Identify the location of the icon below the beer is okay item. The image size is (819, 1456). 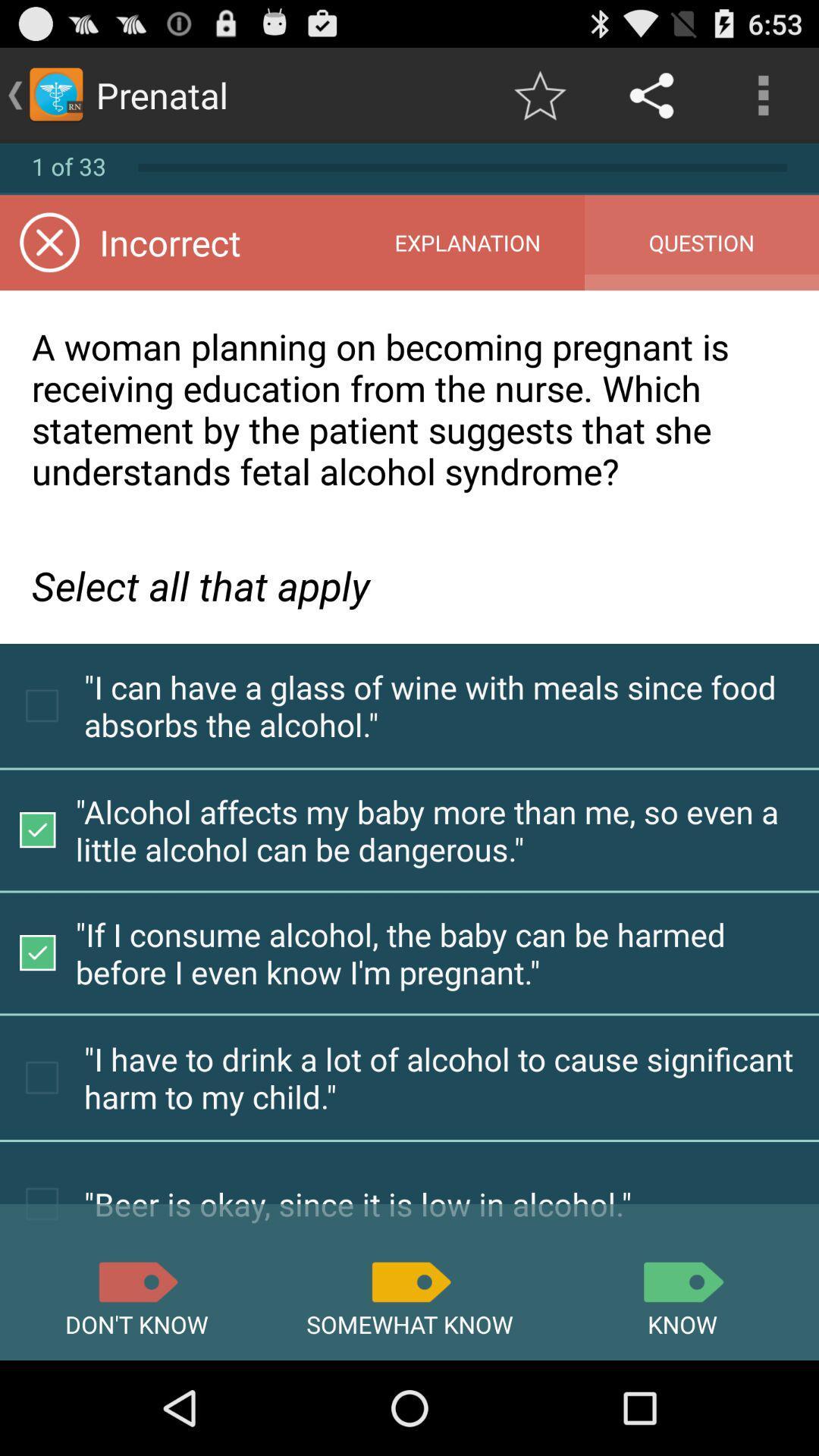
(409, 1281).